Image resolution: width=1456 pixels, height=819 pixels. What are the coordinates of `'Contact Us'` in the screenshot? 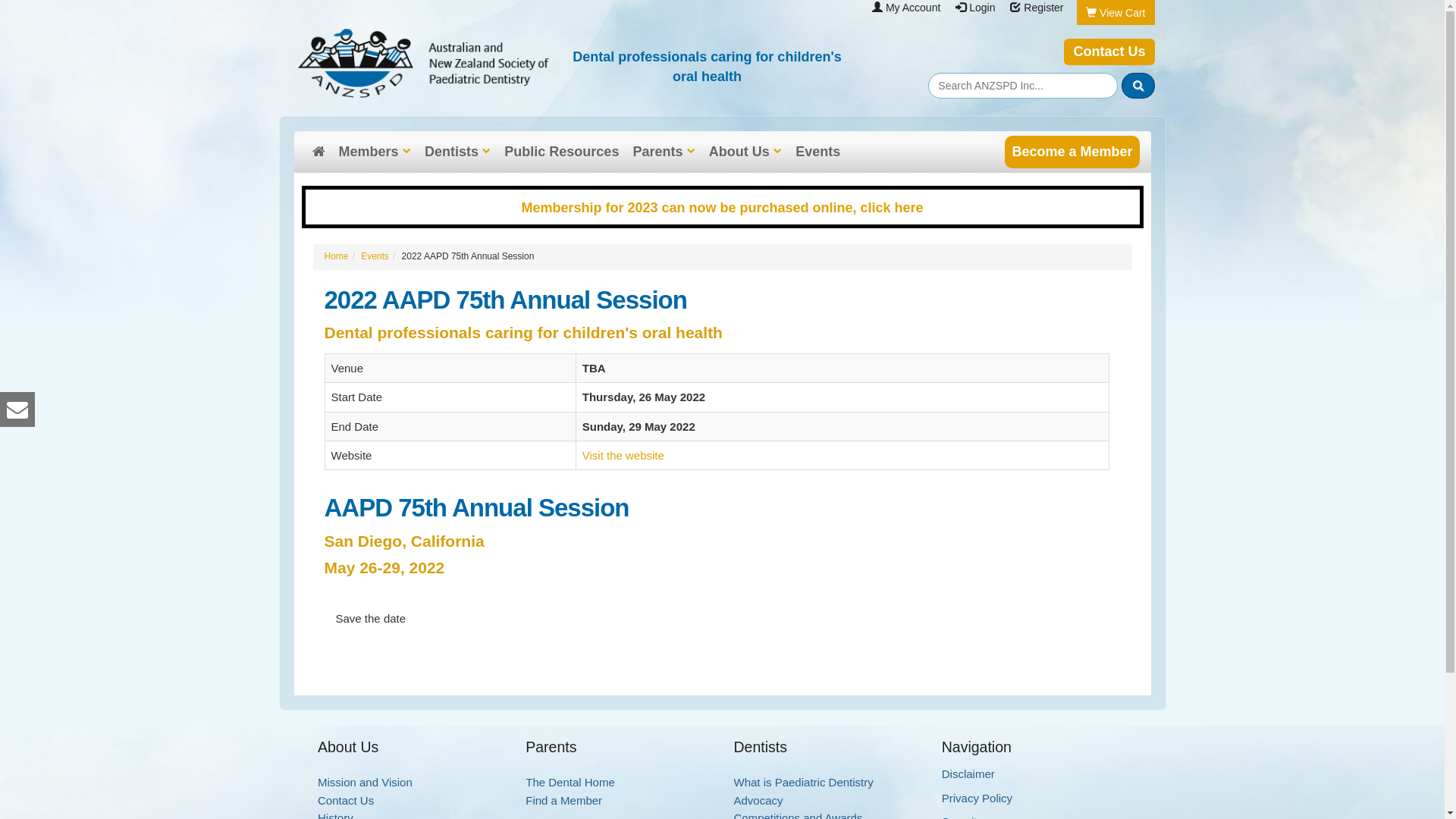 It's located at (1109, 51).